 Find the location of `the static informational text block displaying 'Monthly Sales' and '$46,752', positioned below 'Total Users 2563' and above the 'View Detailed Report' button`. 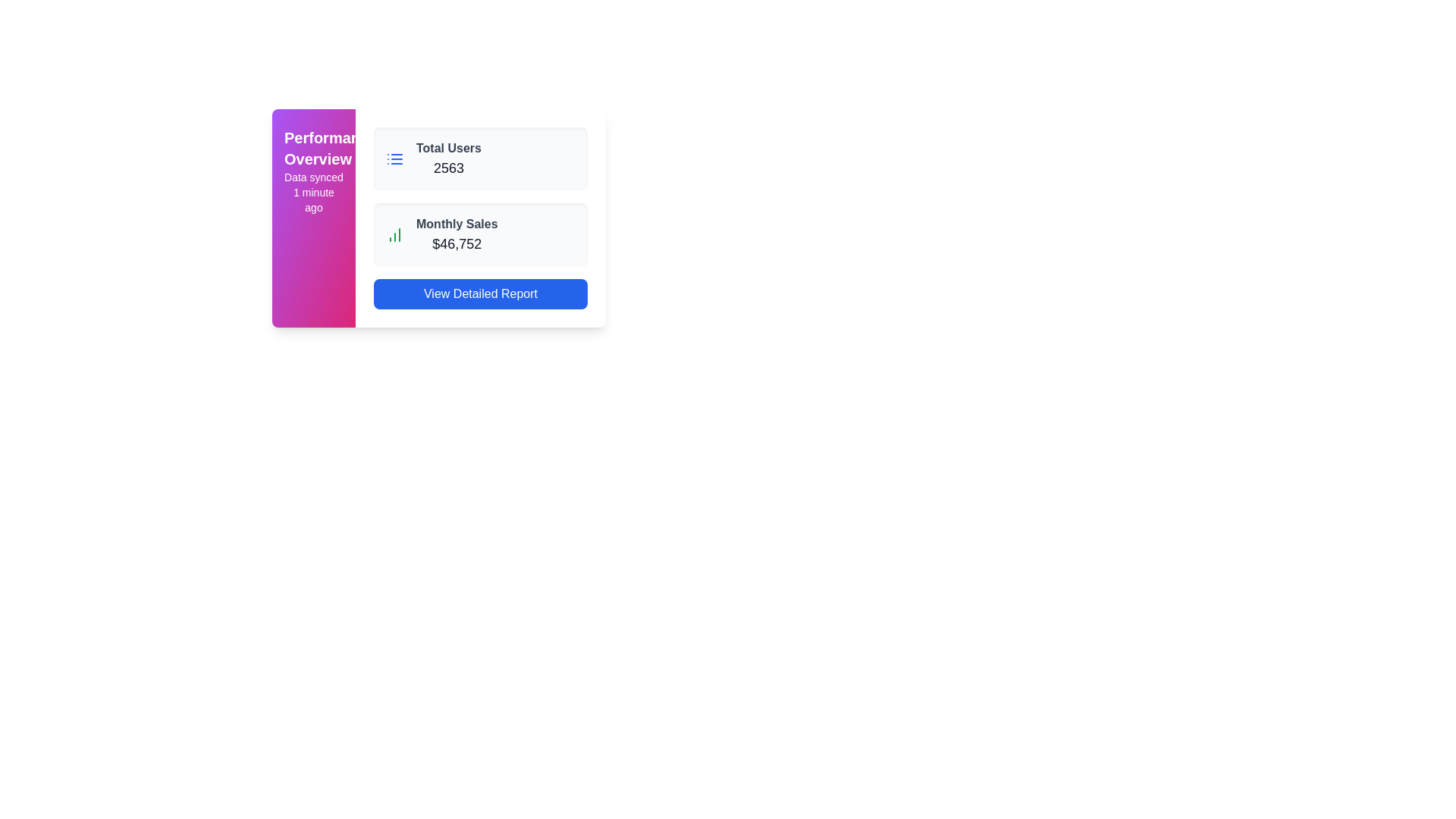

the static informational text block displaying 'Monthly Sales' and '$46,752', positioned below 'Total Users 2563' and above the 'View Detailed Report' button is located at coordinates (456, 234).